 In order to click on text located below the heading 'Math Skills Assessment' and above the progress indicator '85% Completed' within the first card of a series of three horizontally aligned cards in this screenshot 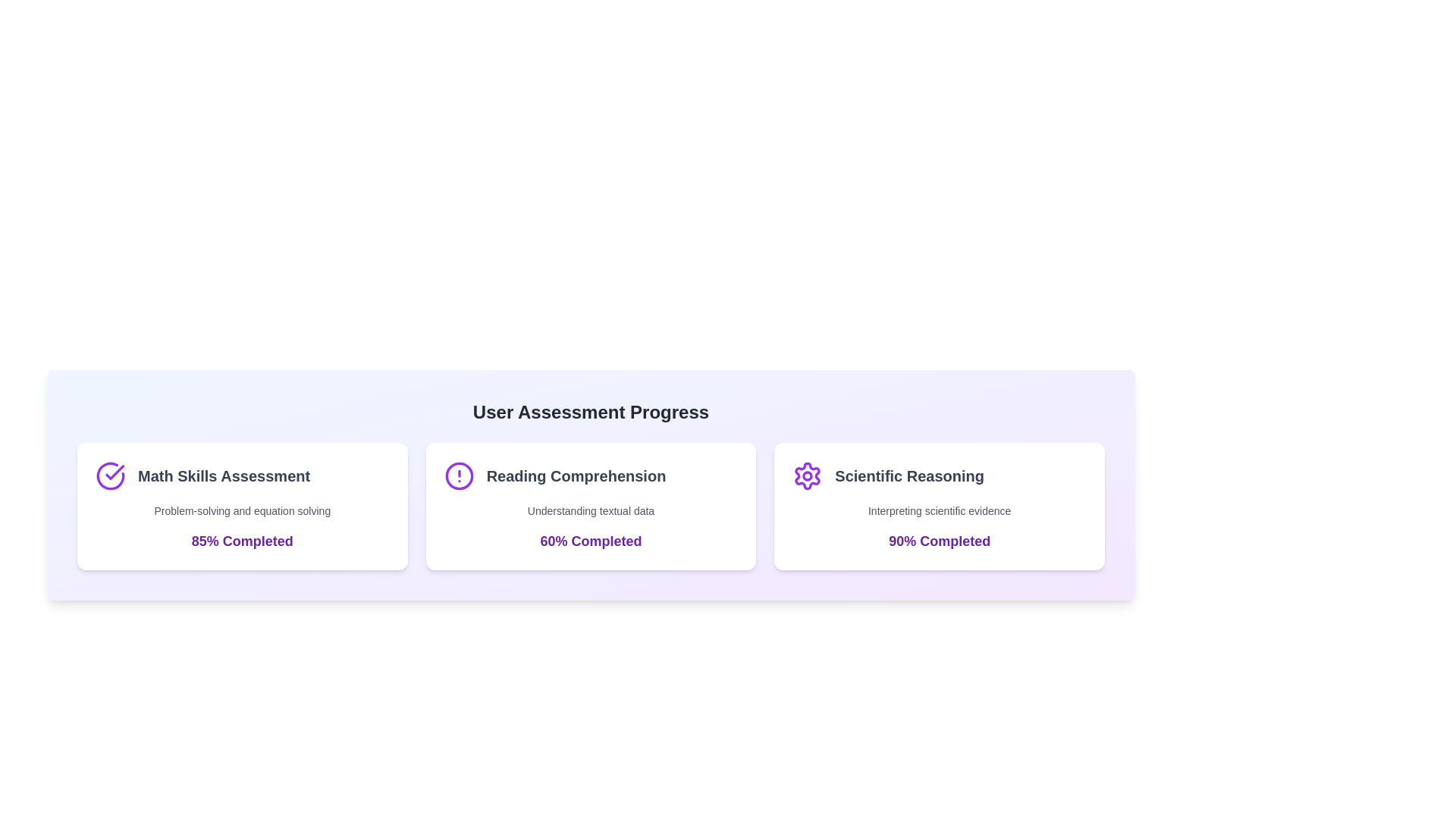, I will do `click(241, 511)`.